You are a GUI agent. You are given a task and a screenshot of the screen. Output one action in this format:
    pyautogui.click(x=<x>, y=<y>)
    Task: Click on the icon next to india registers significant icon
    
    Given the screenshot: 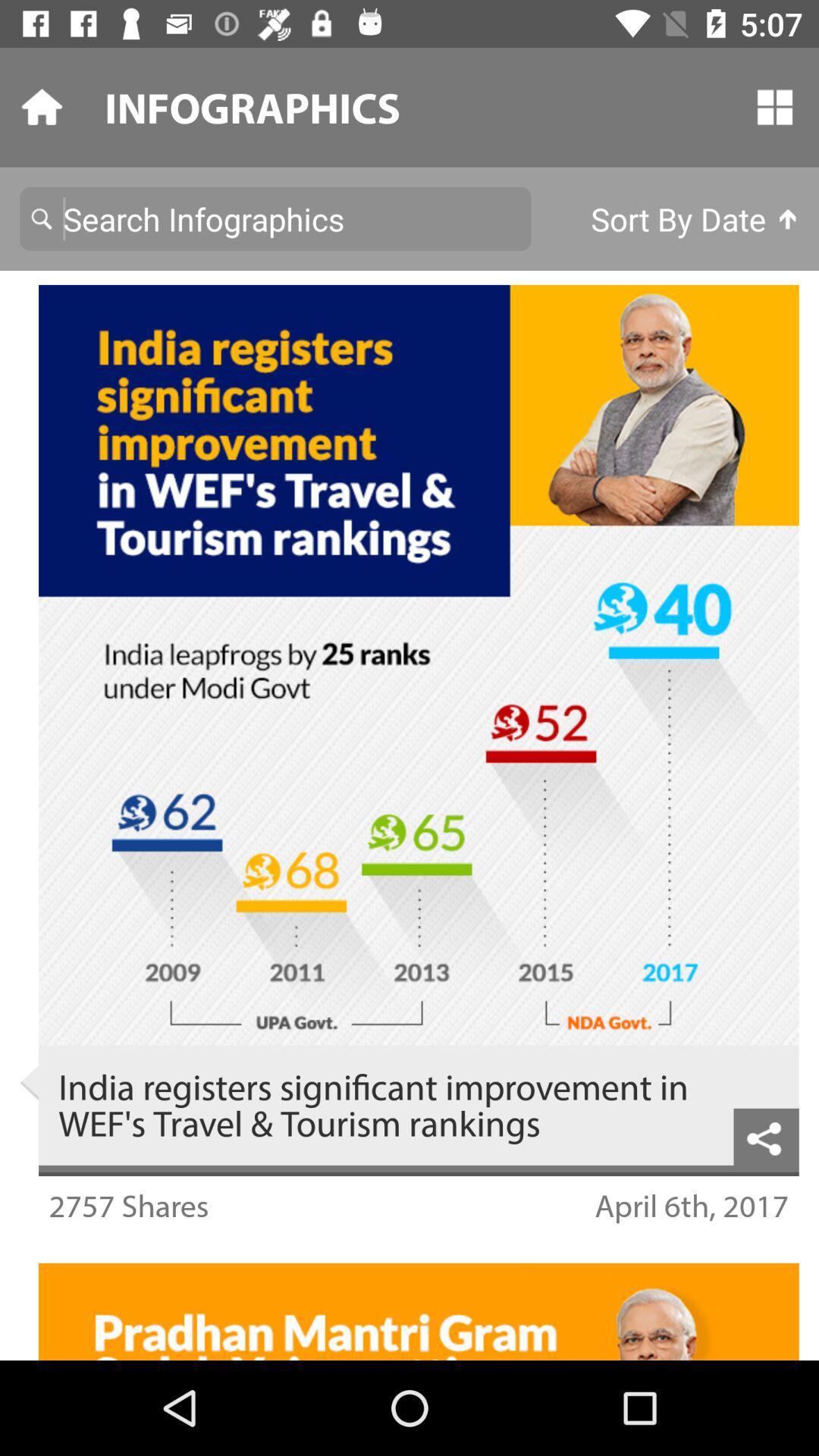 What is the action you would take?
    pyautogui.click(x=766, y=1137)
    